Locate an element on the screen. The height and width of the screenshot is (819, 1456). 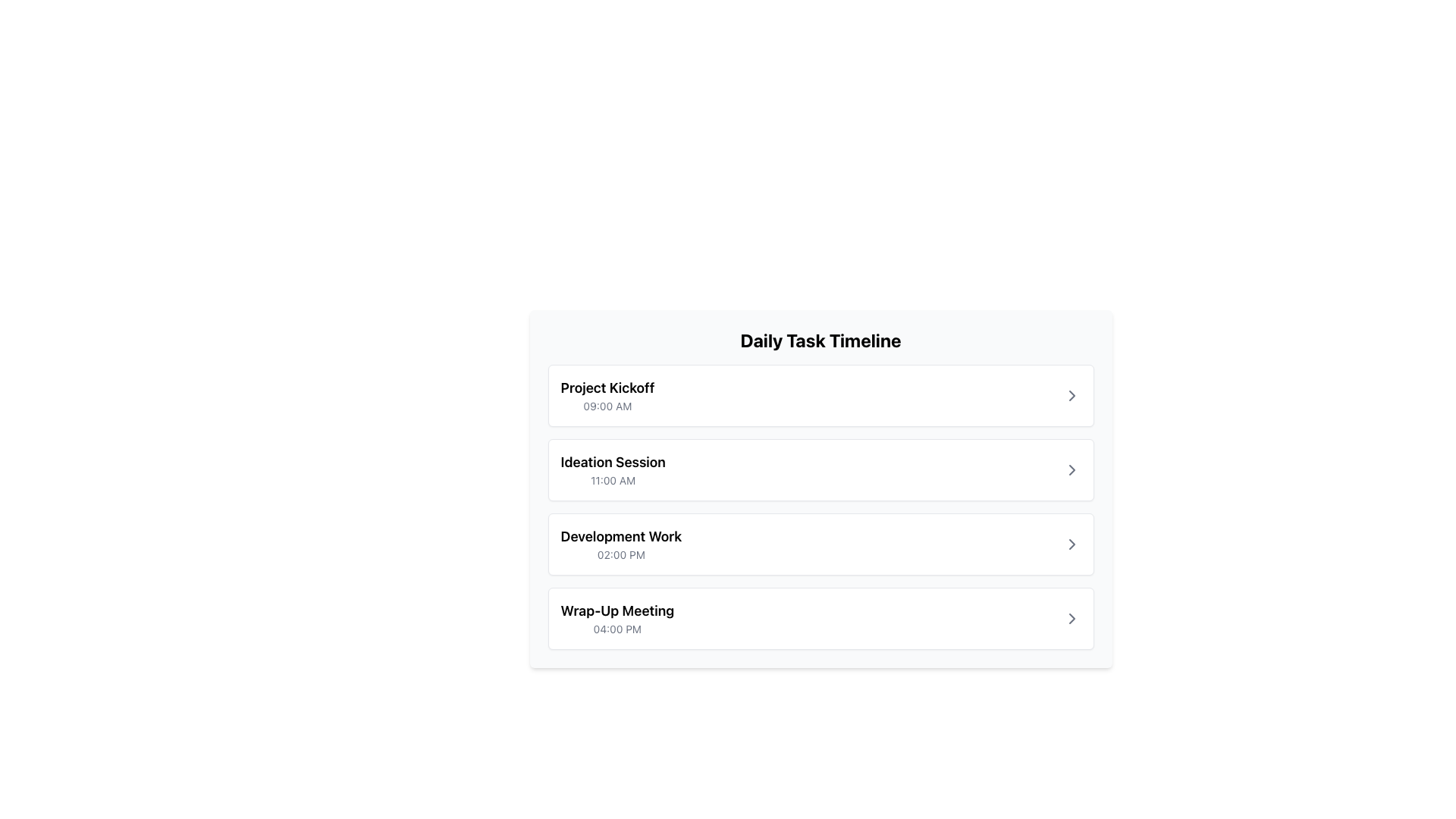
the static text label displaying '11:00 AM', which is styled in a small, gray font and is located below the bolder text 'Ideation Session' in the Daily Task Timeline is located at coordinates (613, 480).